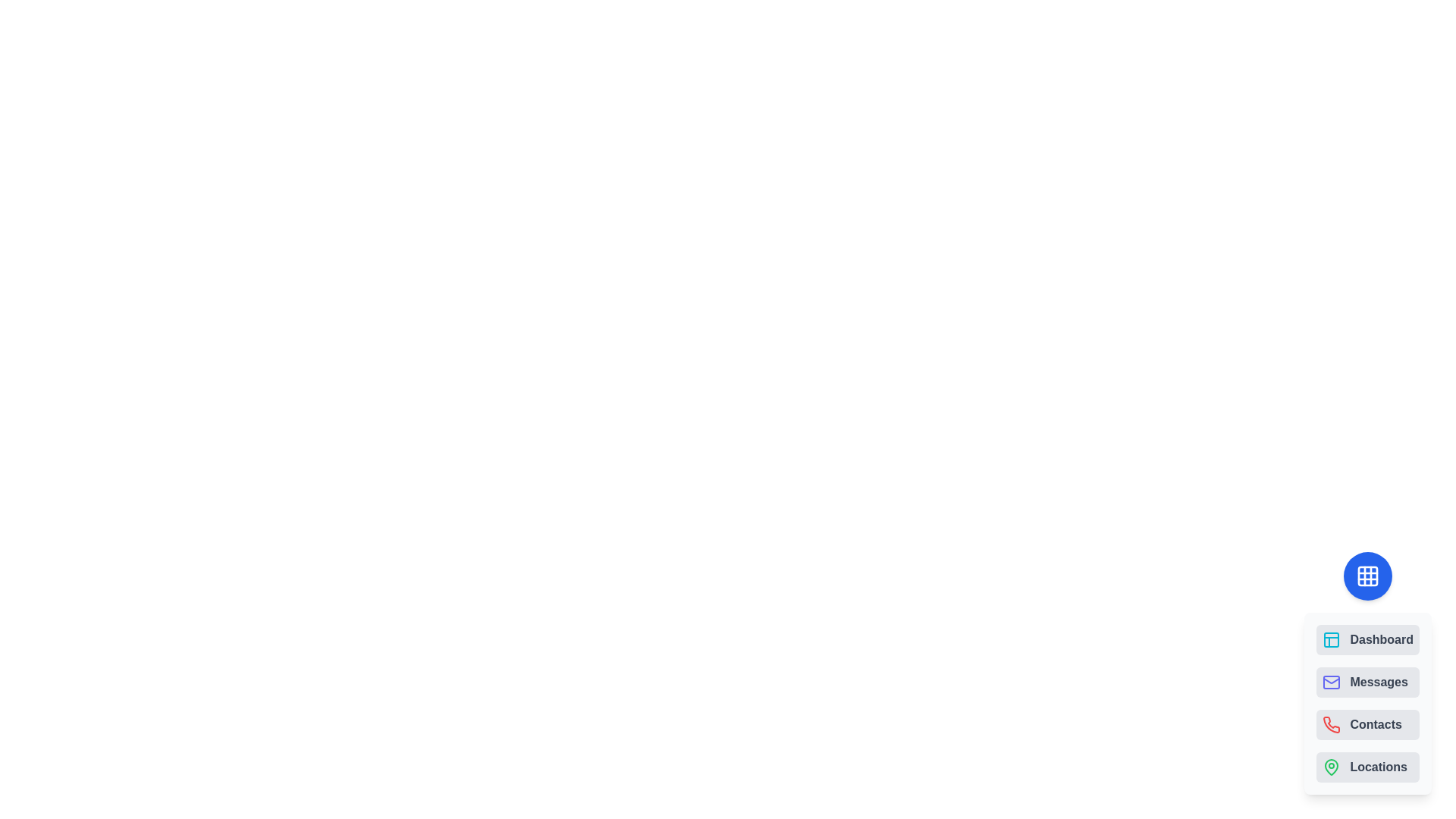 The height and width of the screenshot is (819, 1456). What do you see at coordinates (1368, 576) in the screenshot?
I see `speed dial toggle button to toggle the menu` at bounding box center [1368, 576].